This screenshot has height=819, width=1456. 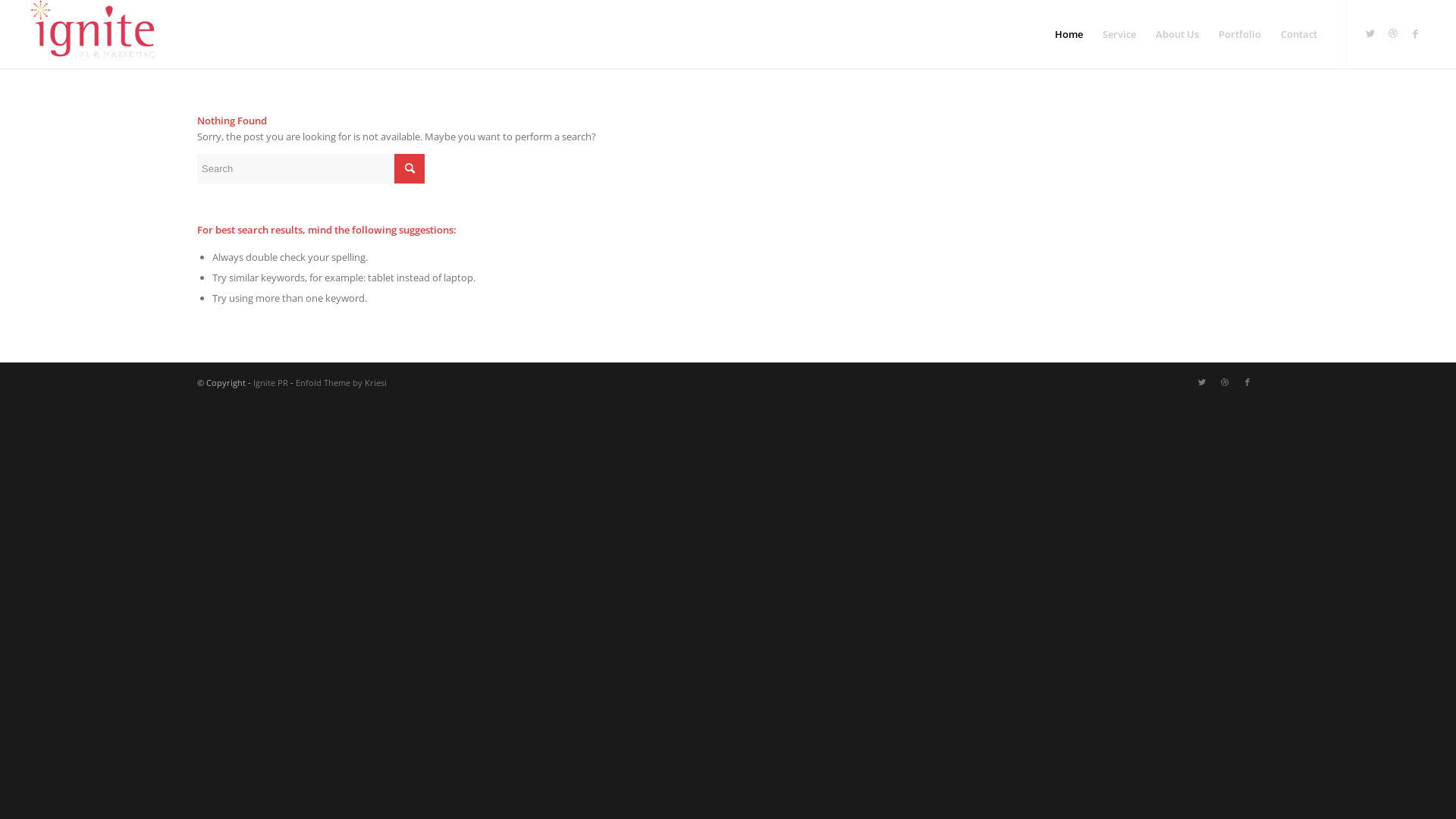 What do you see at coordinates (1393, 33) in the screenshot?
I see `'Dribbble'` at bounding box center [1393, 33].